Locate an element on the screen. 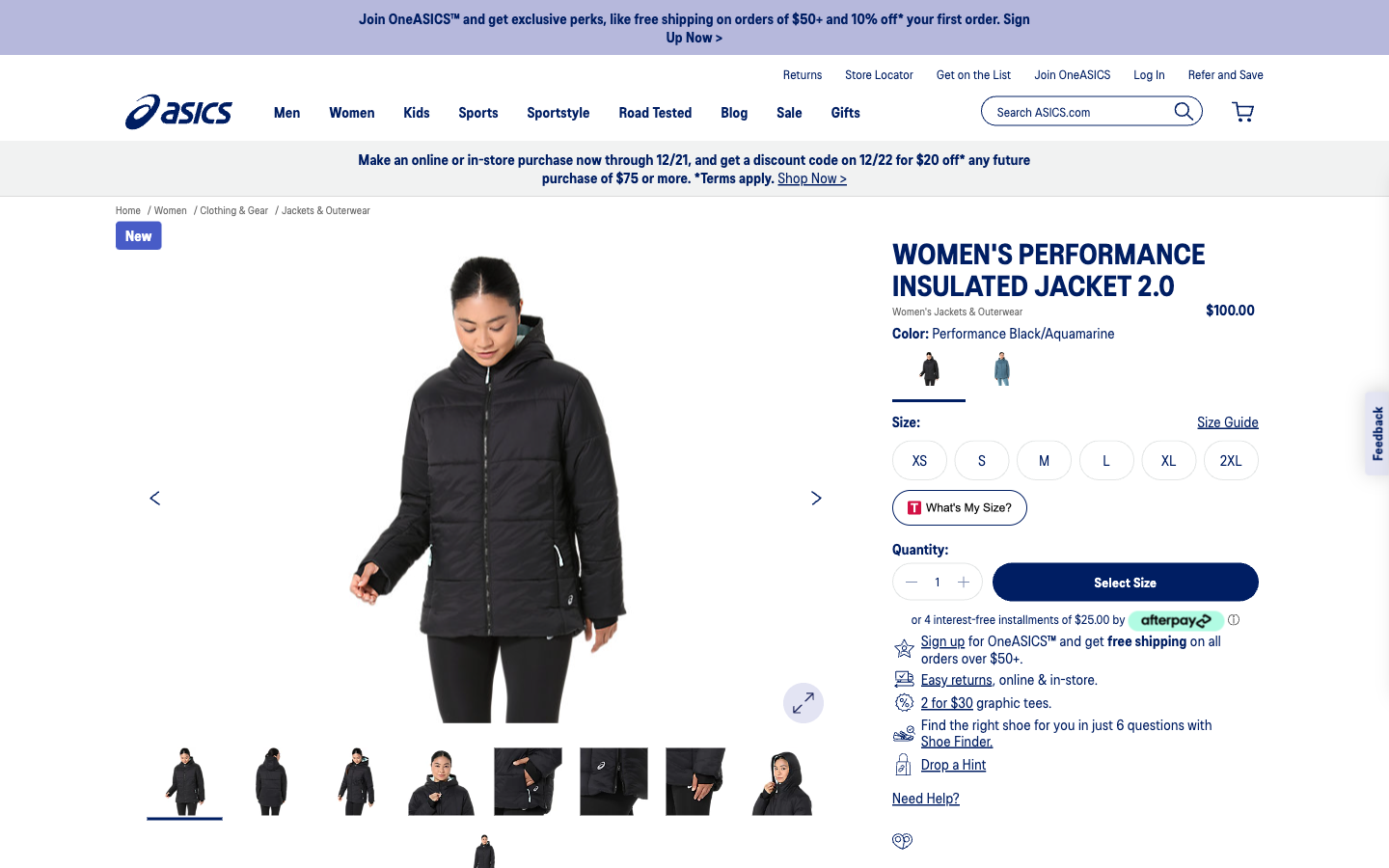  Zoom in the picture for a detailed examination of the clothes is located at coordinates (803, 702).